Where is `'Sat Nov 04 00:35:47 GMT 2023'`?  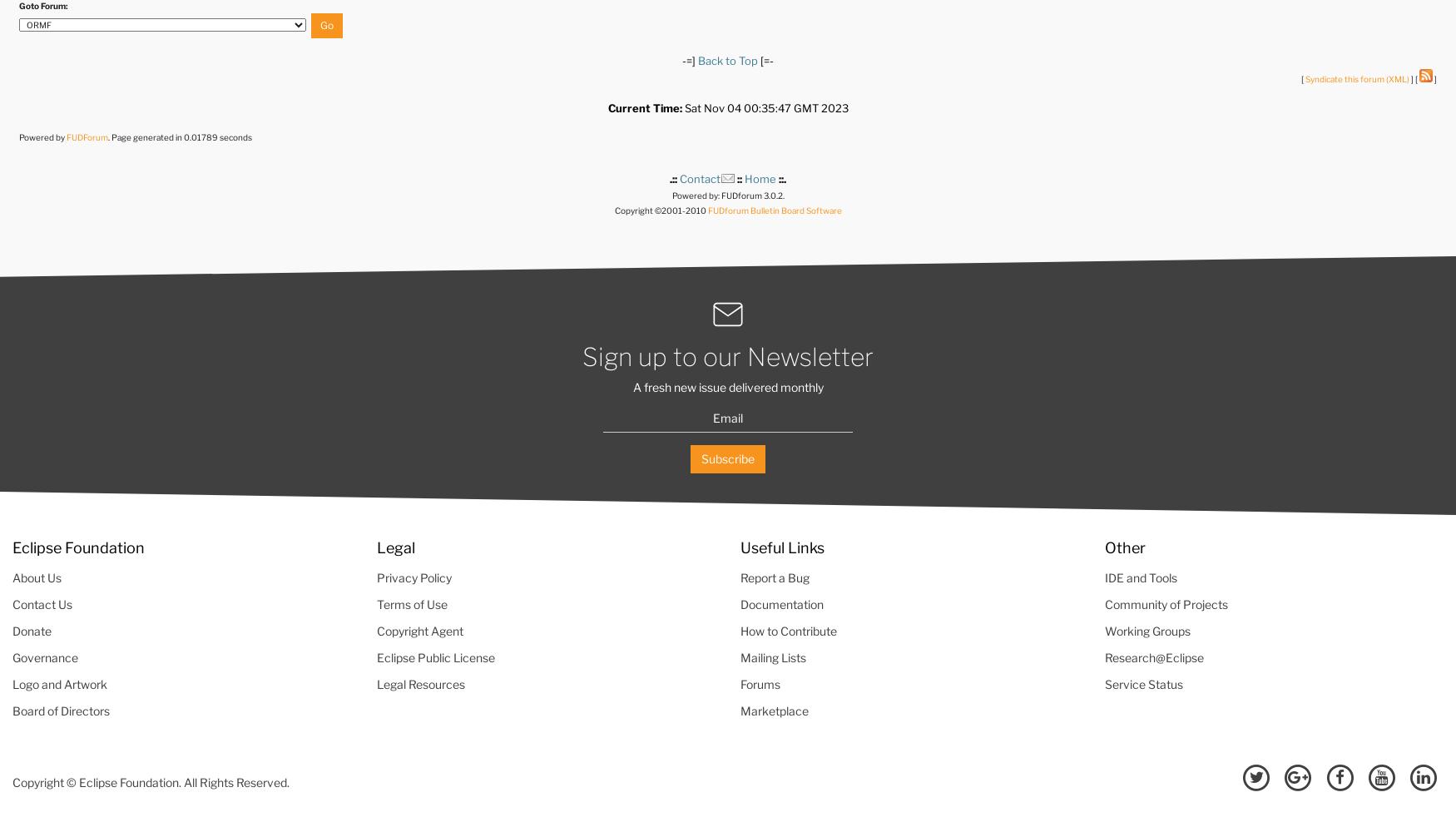 'Sat Nov 04 00:35:47 GMT 2023' is located at coordinates (763, 106).